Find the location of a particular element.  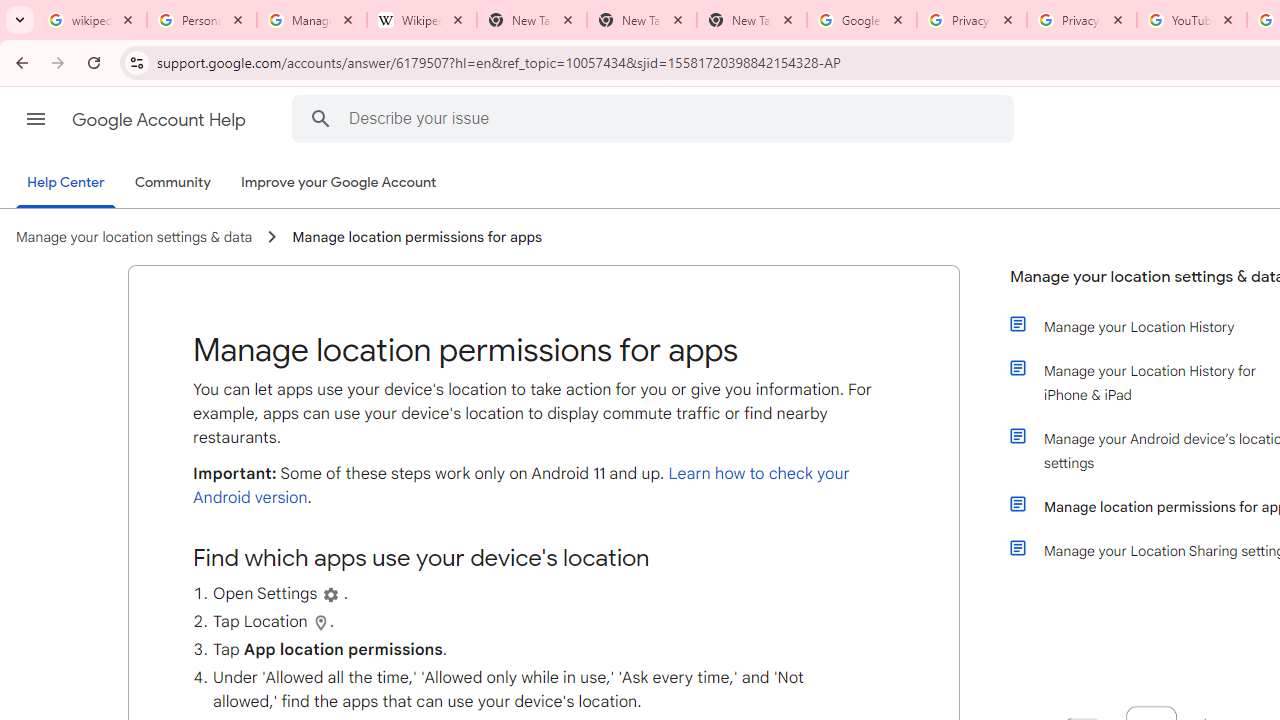

'Google Drive: Sign-in' is located at coordinates (861, 20).